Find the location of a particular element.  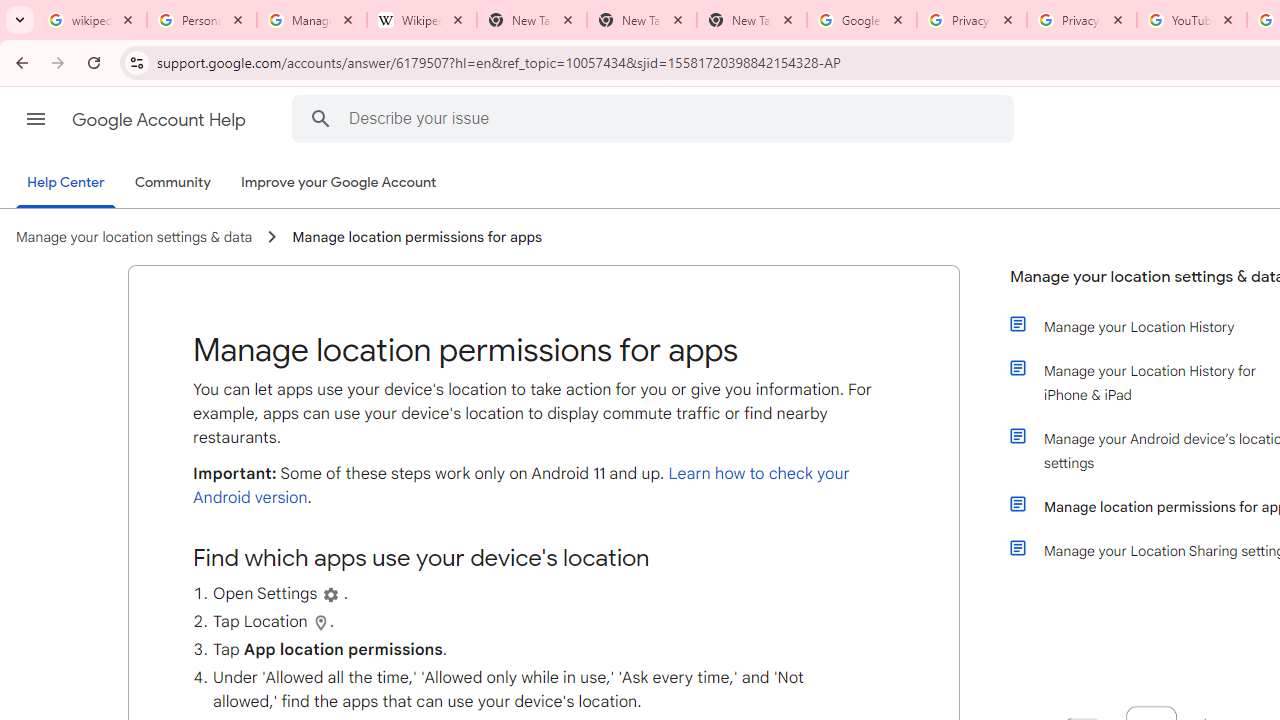

'Google Drive: Sign-in' is located at coordinates (861, 20).